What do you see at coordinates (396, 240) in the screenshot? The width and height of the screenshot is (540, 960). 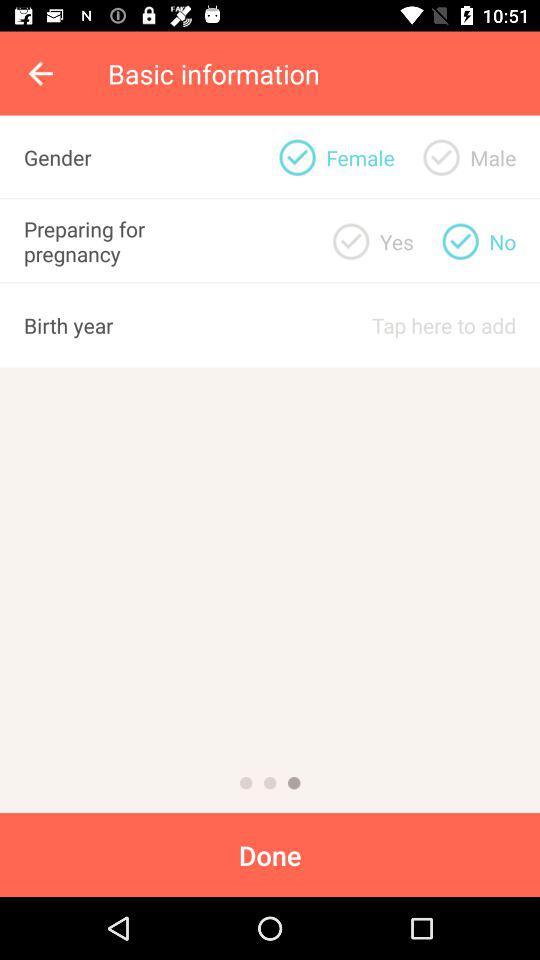 I see `icon above the tap here to icon` at bounding box center [396, 240].